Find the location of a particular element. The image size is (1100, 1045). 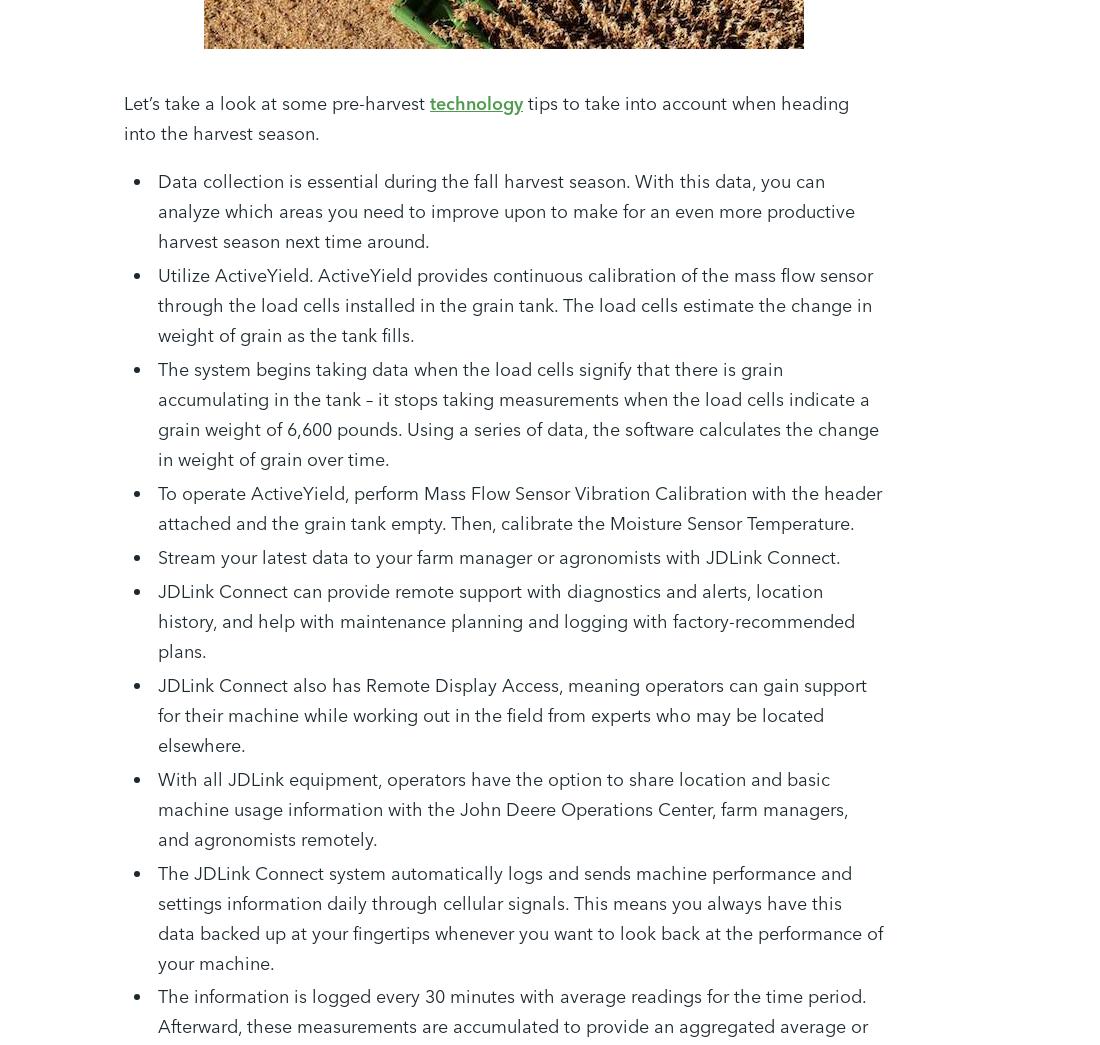

'Let’s take a look at some pre-harvest' is located at coordinates (275, 102).